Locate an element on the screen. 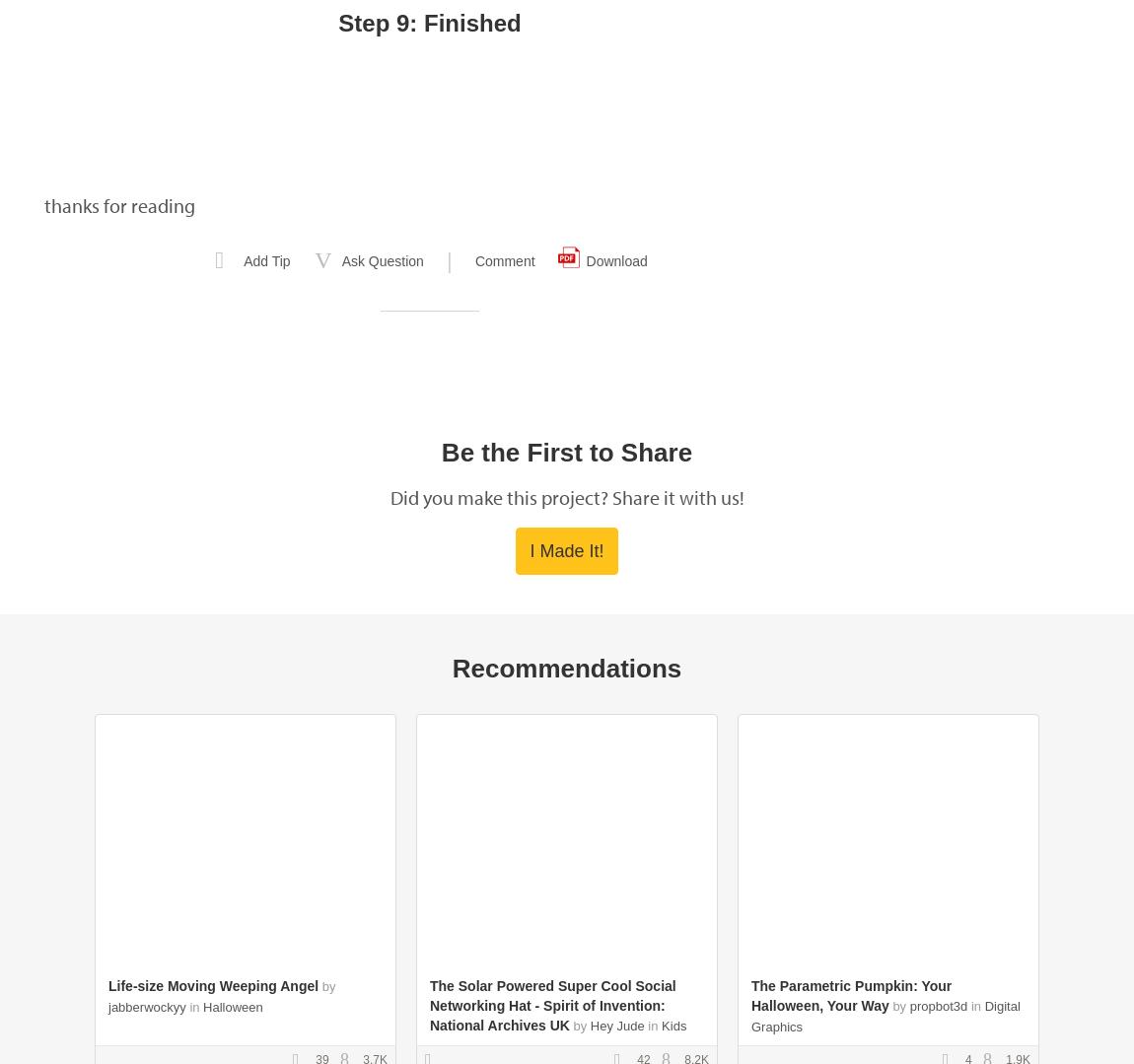  'The Parametric Pumpkin: Your Halloween, Your Way' is located at coordinates (851, 996).